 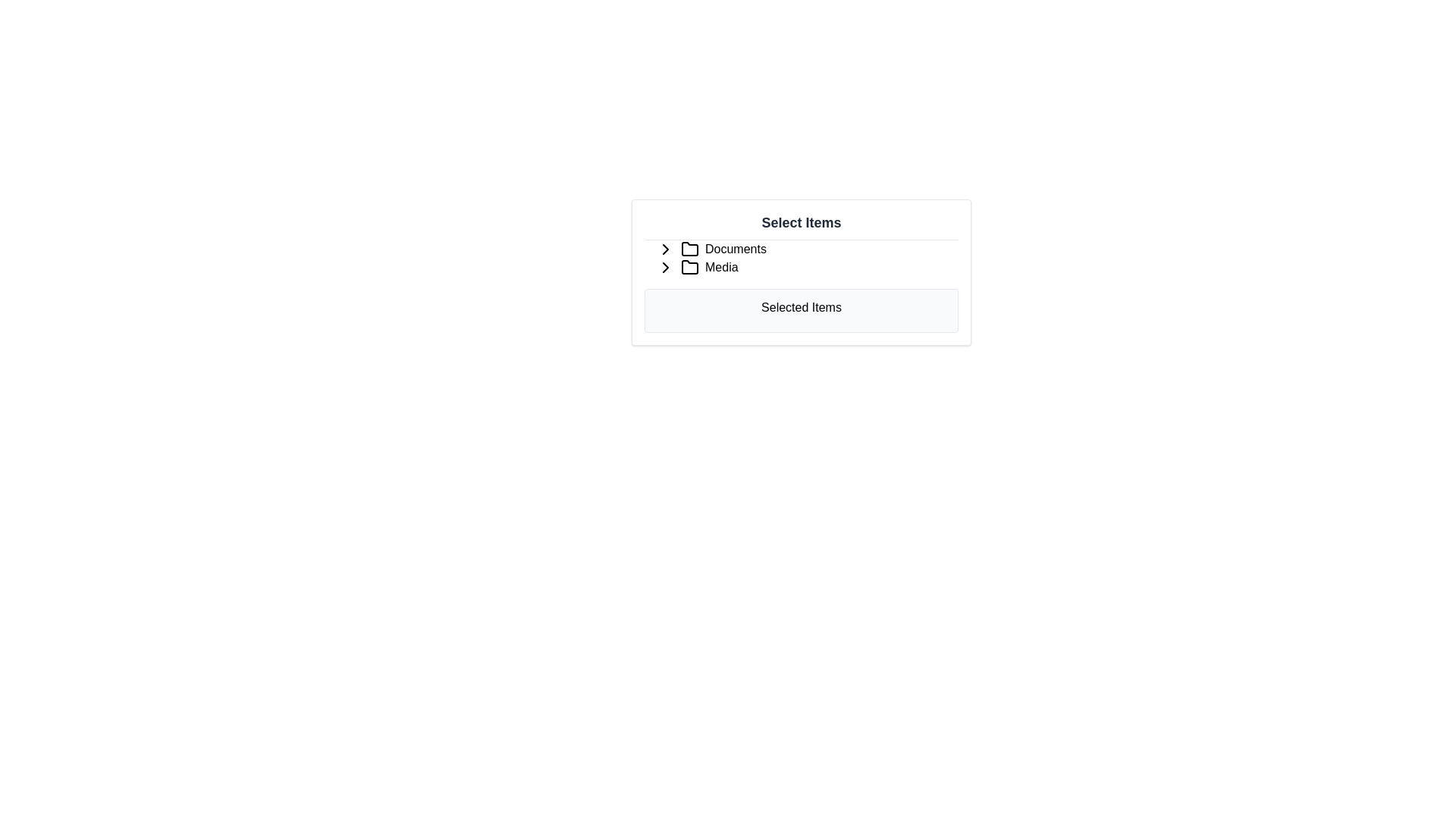 What do you see at coordinates (689, 248) in the screenshot?
I see `the small black folder icon located next to the 'Documents' label in the 'Select Items' menu` at bounding box center [689, 248].